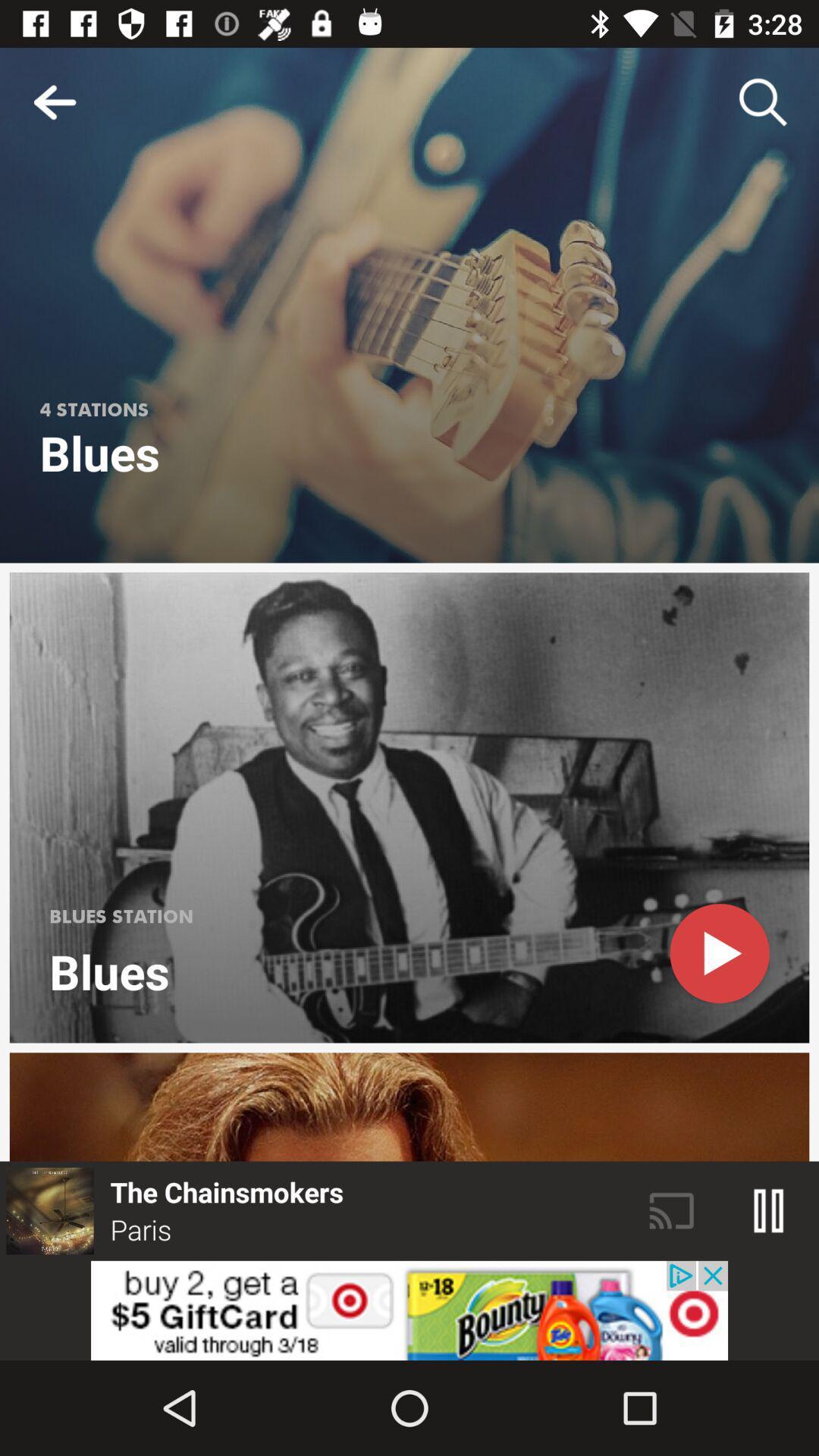  I want to click on the pause icon, so click(769, 1210).